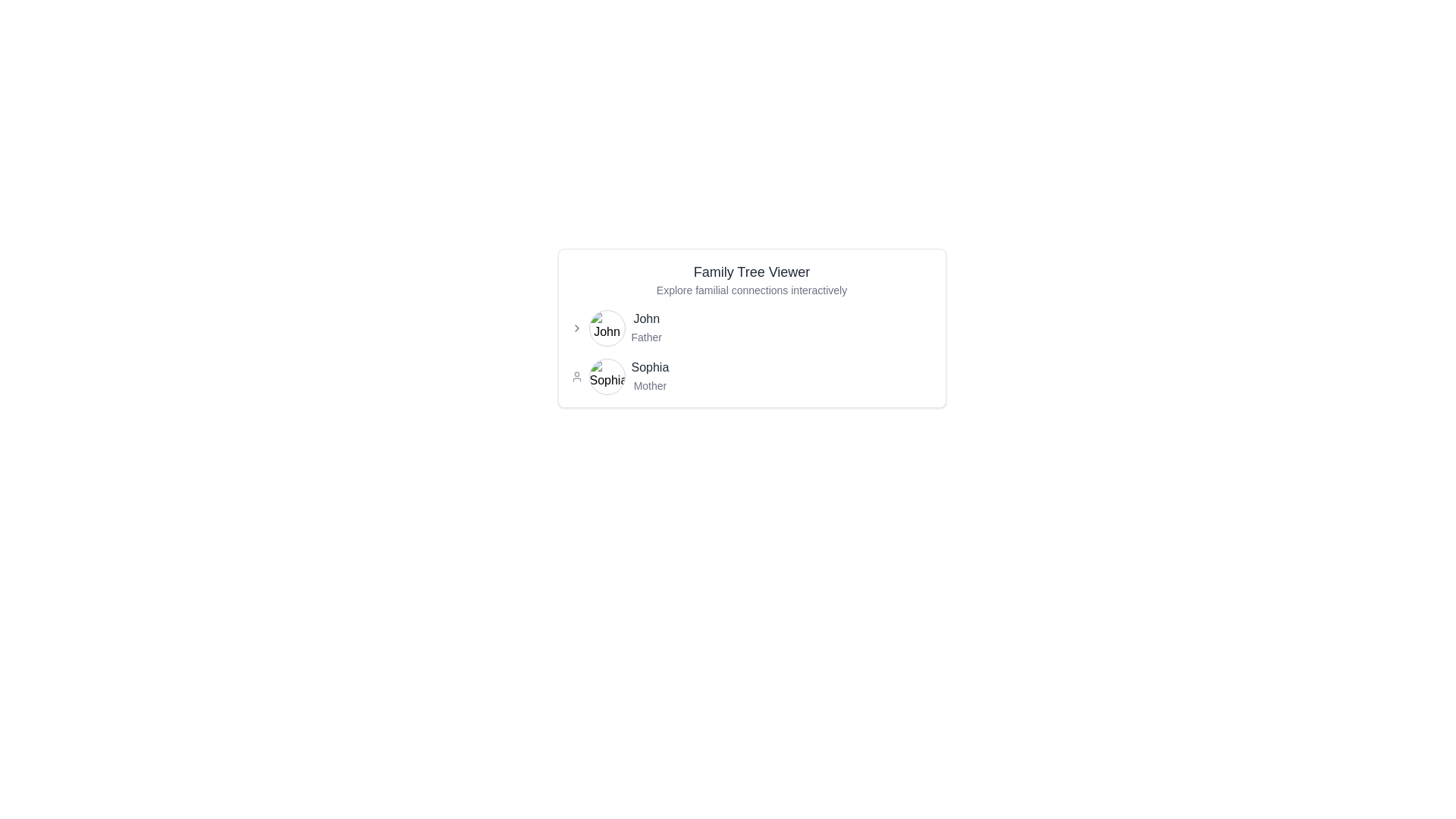  Describe the element at coordinates (646, 336) in the screenshot. I see `the text label indicating 'Father' for the individual 'John', which is positioned directly below the name 'John' in the center-right region of the interface` at that location.